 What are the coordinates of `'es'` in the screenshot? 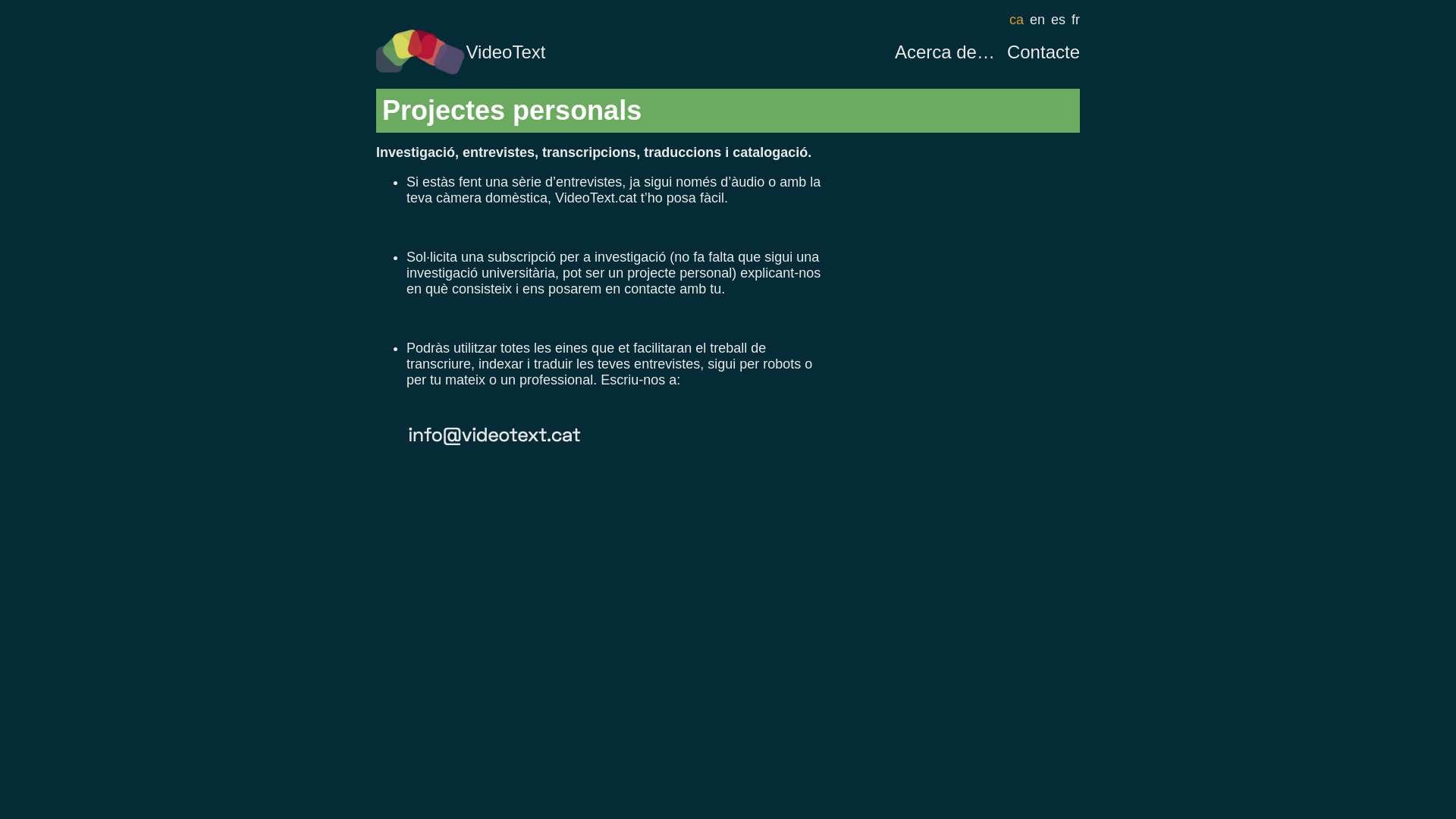 It's located at (1050, 20).